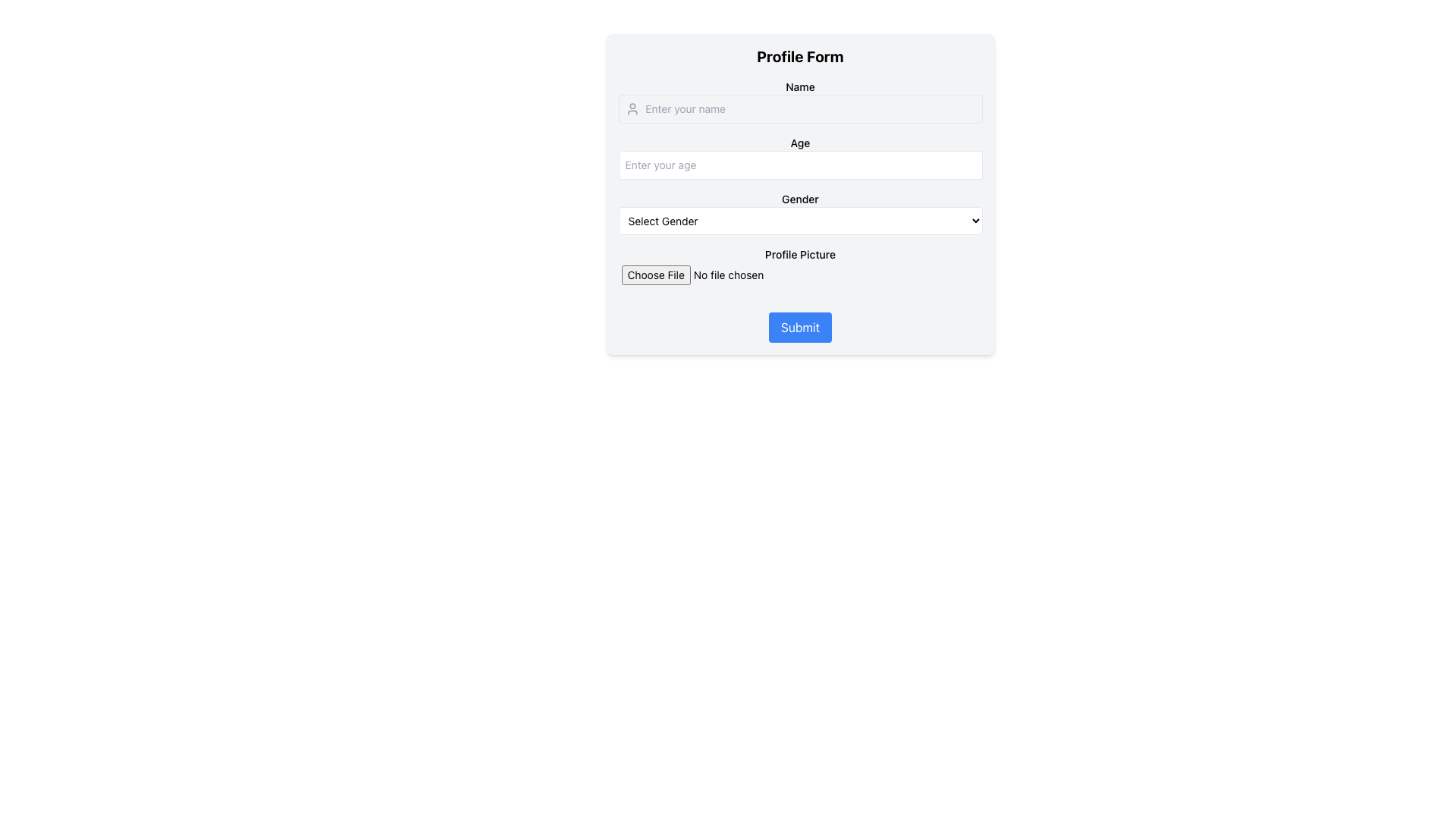 The width and height of the screenshot is (1456, 819). Describe the element at coordinates (799, 198) in the screenshot. I see `the Text Label indicating the gender selection field, which is located directly above the 'Select Gender' dropdown menu in the middle section of the form` at that location.